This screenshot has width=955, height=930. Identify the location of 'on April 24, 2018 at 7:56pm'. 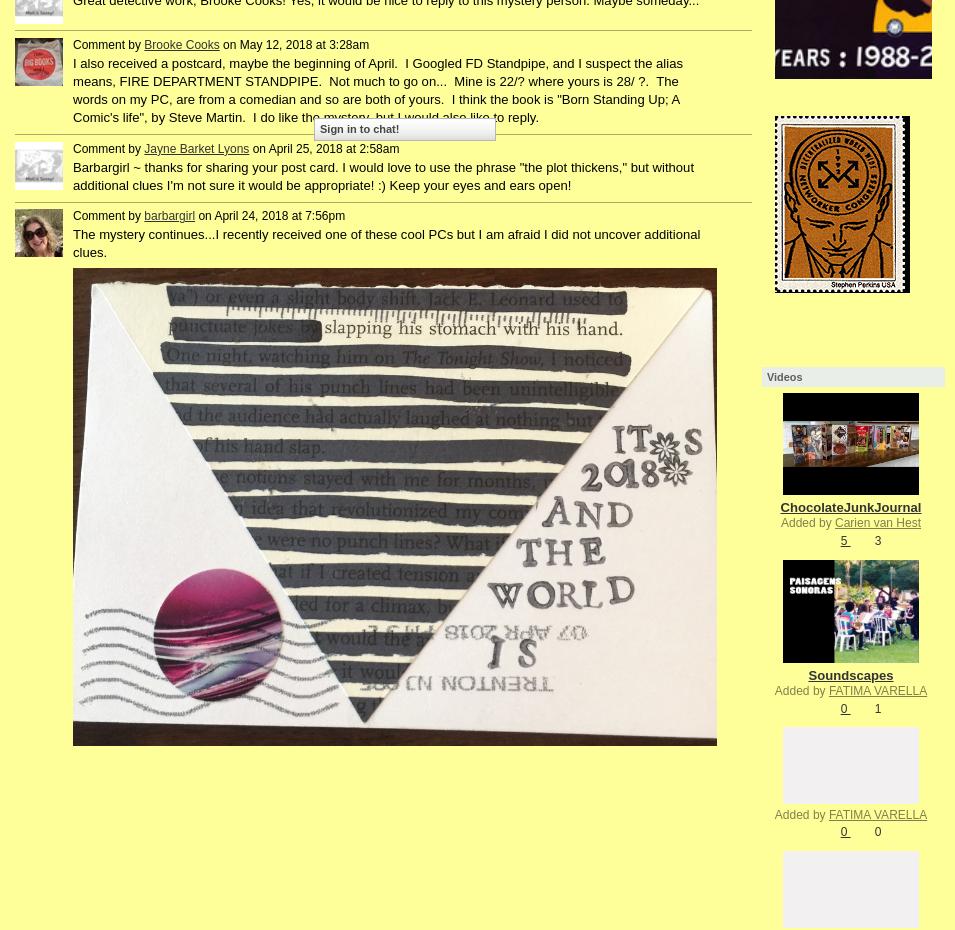
(269, 215).